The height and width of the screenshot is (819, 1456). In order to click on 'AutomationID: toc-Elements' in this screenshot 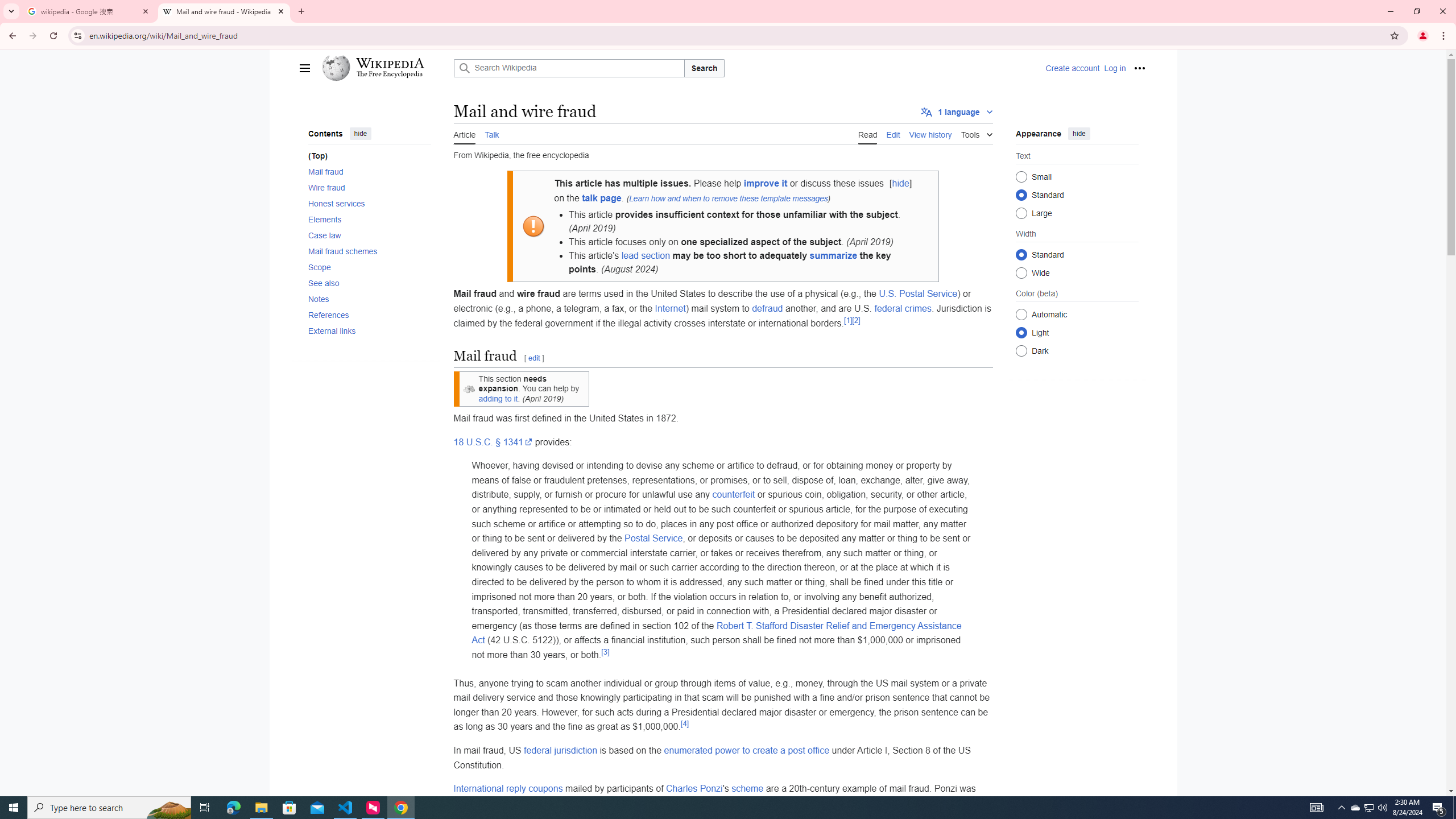, I will do `click(366, 218)`.